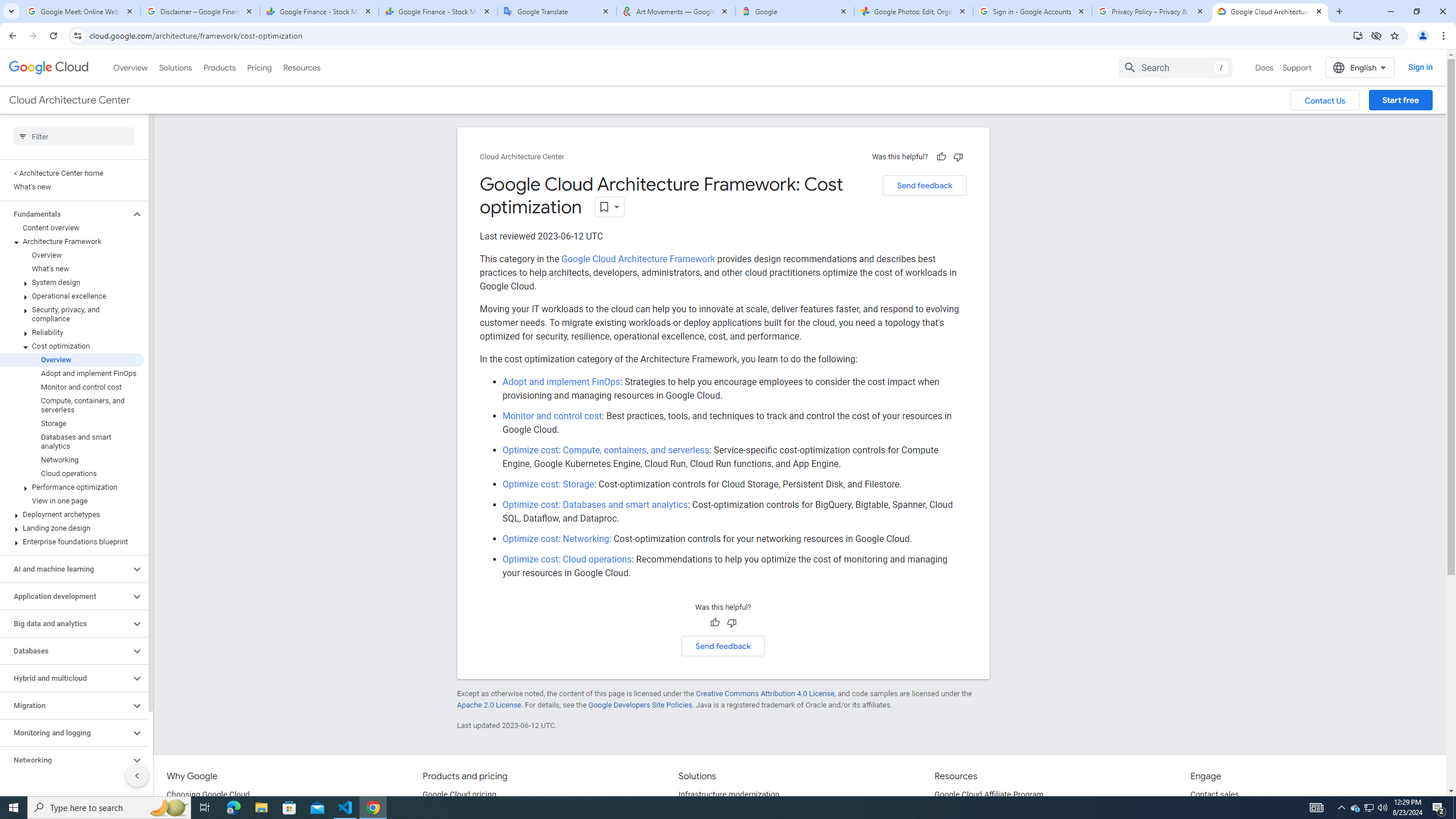 This screenshot has height=819, width=1456. I want to click on 'System design', so click(72, 282).